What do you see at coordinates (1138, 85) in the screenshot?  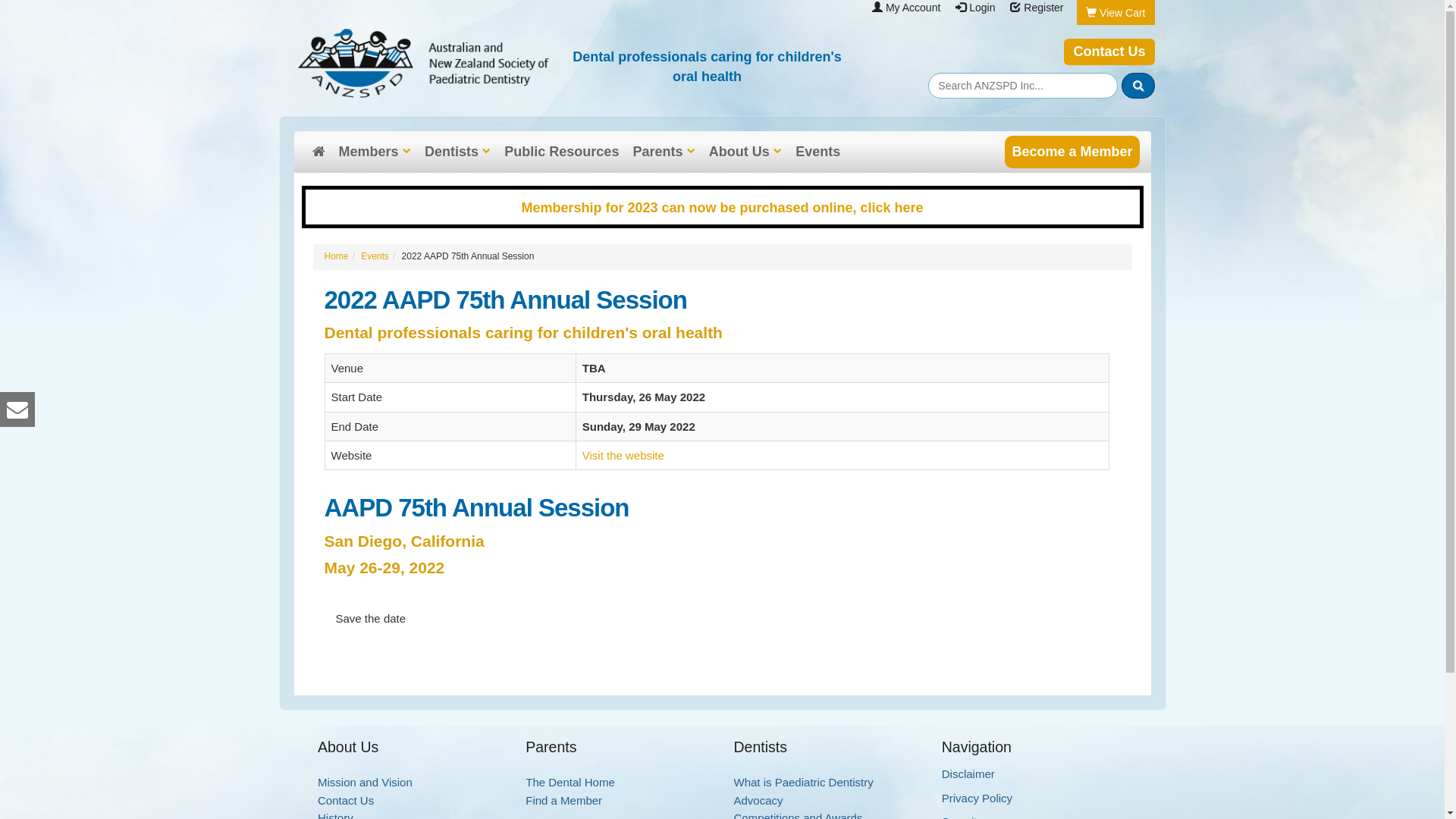 I see `'Search'` at bounding box center [1138, 85].